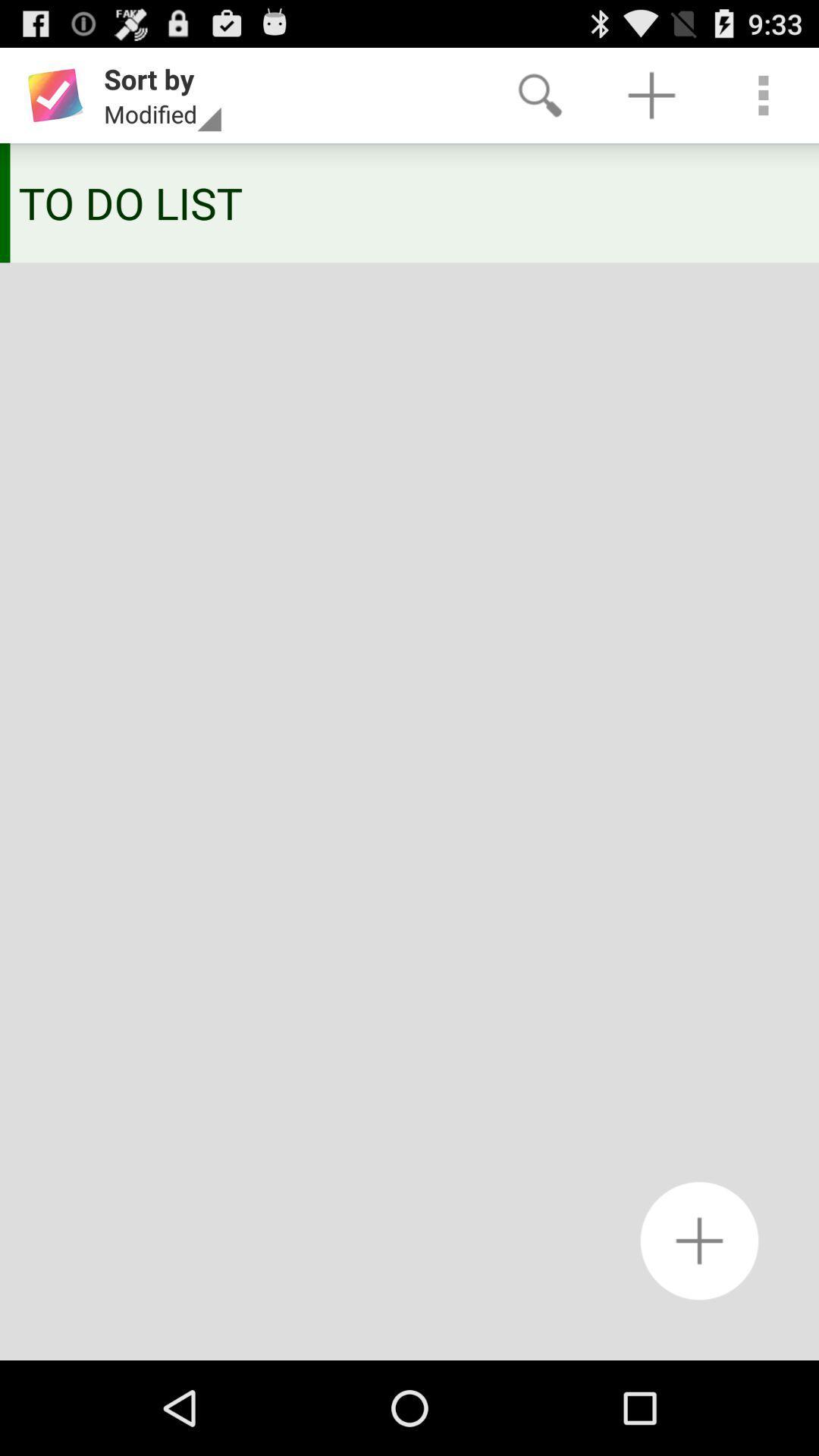 Image resolution: width=819 pixels, height=1456 pixels. I want to click on app above the to do list, so click(651, 94).